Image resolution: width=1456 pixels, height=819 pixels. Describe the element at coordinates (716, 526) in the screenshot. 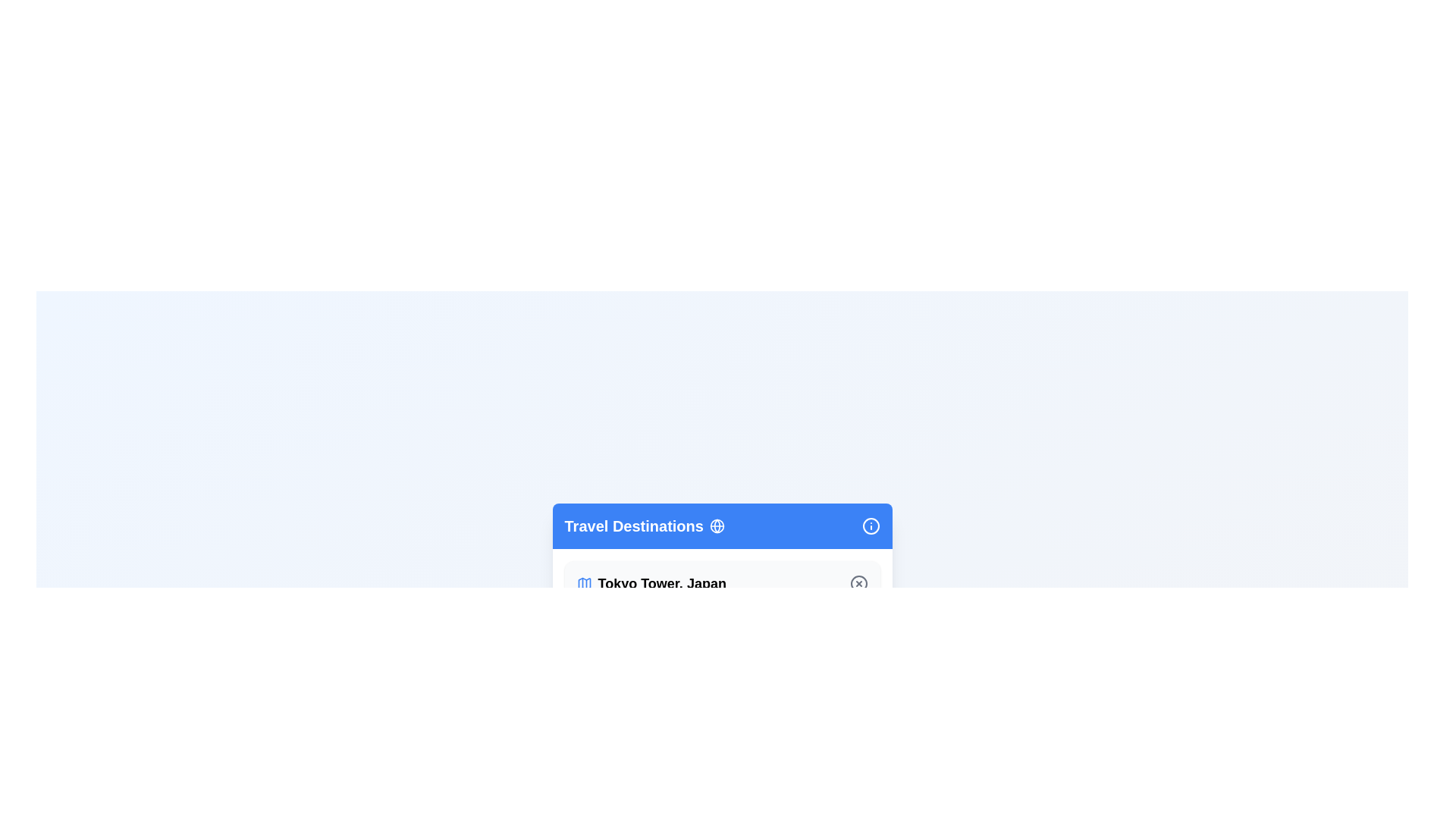

I see `the circular globe icon in the title bar of the 'Travel Destinations' section, located next to the title text and left of the information icon` at that location.